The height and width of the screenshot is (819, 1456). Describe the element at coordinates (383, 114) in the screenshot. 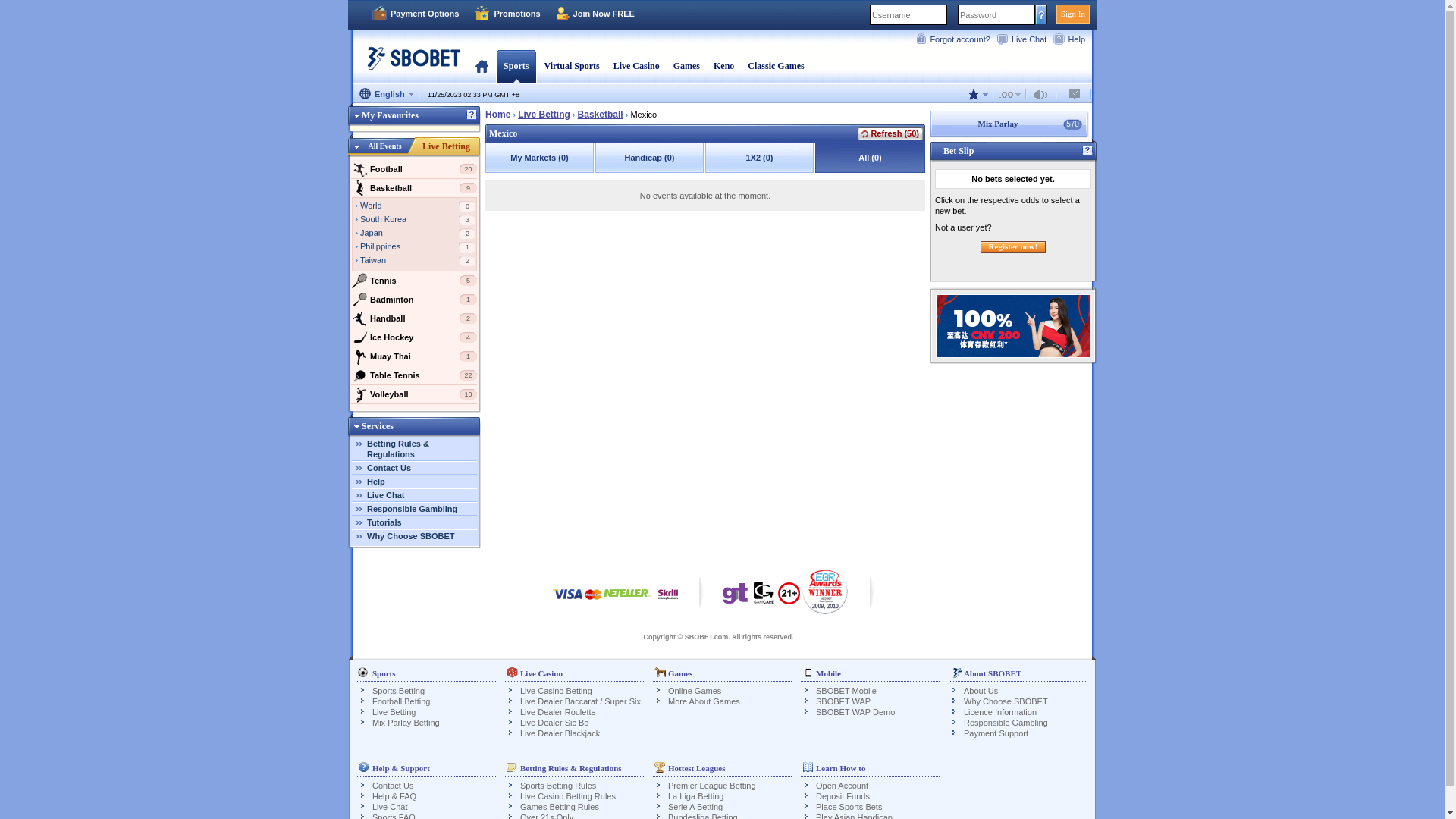

I see `'My Favourites'` at that location.